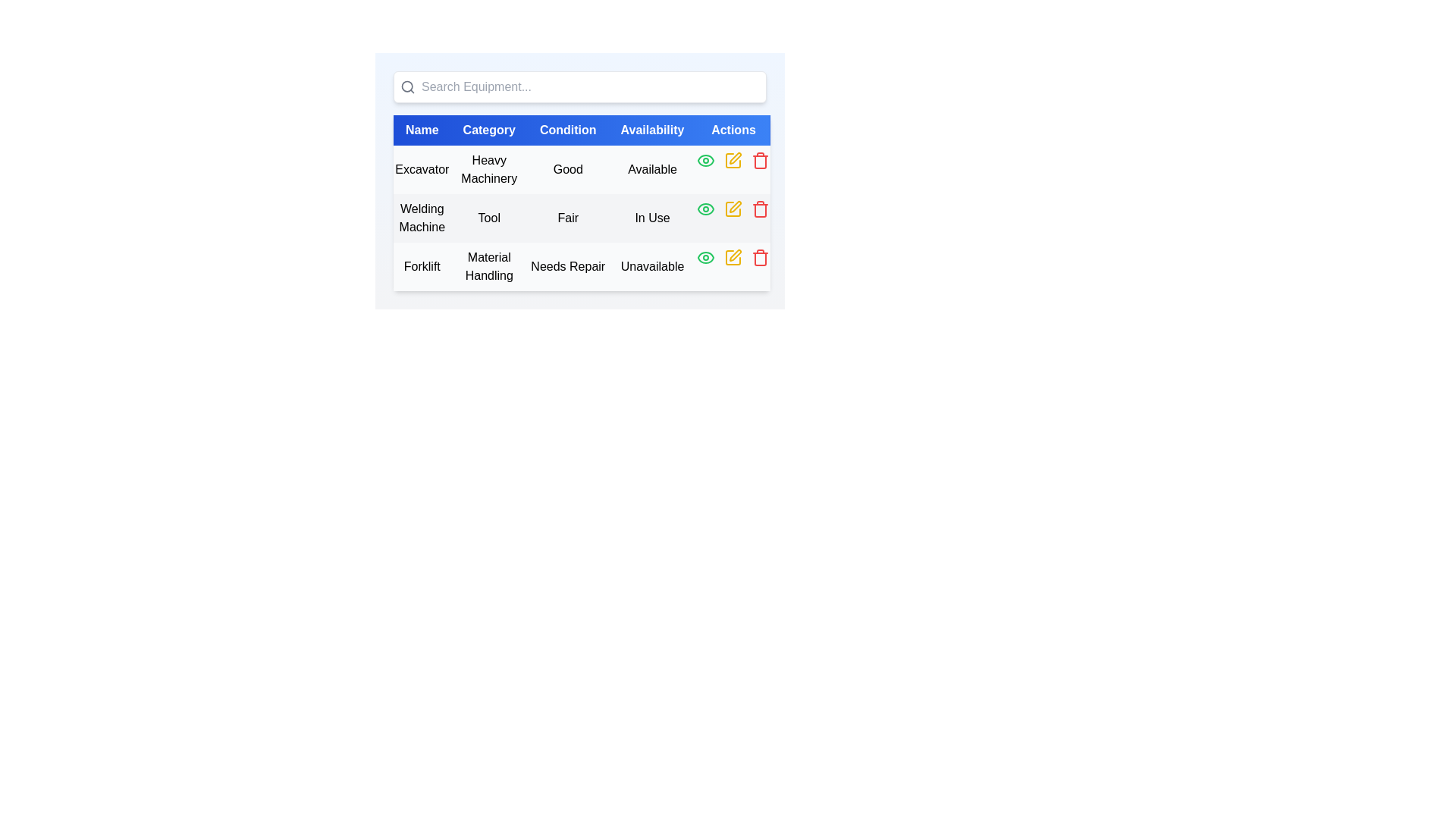 The image size is (1456, 819). I want to click on the edit button, which is a small square icon with a yellow outline and a pen symbol, located under the 'Actions' column aligned with the 'Excavator' row, so click(733, 161).